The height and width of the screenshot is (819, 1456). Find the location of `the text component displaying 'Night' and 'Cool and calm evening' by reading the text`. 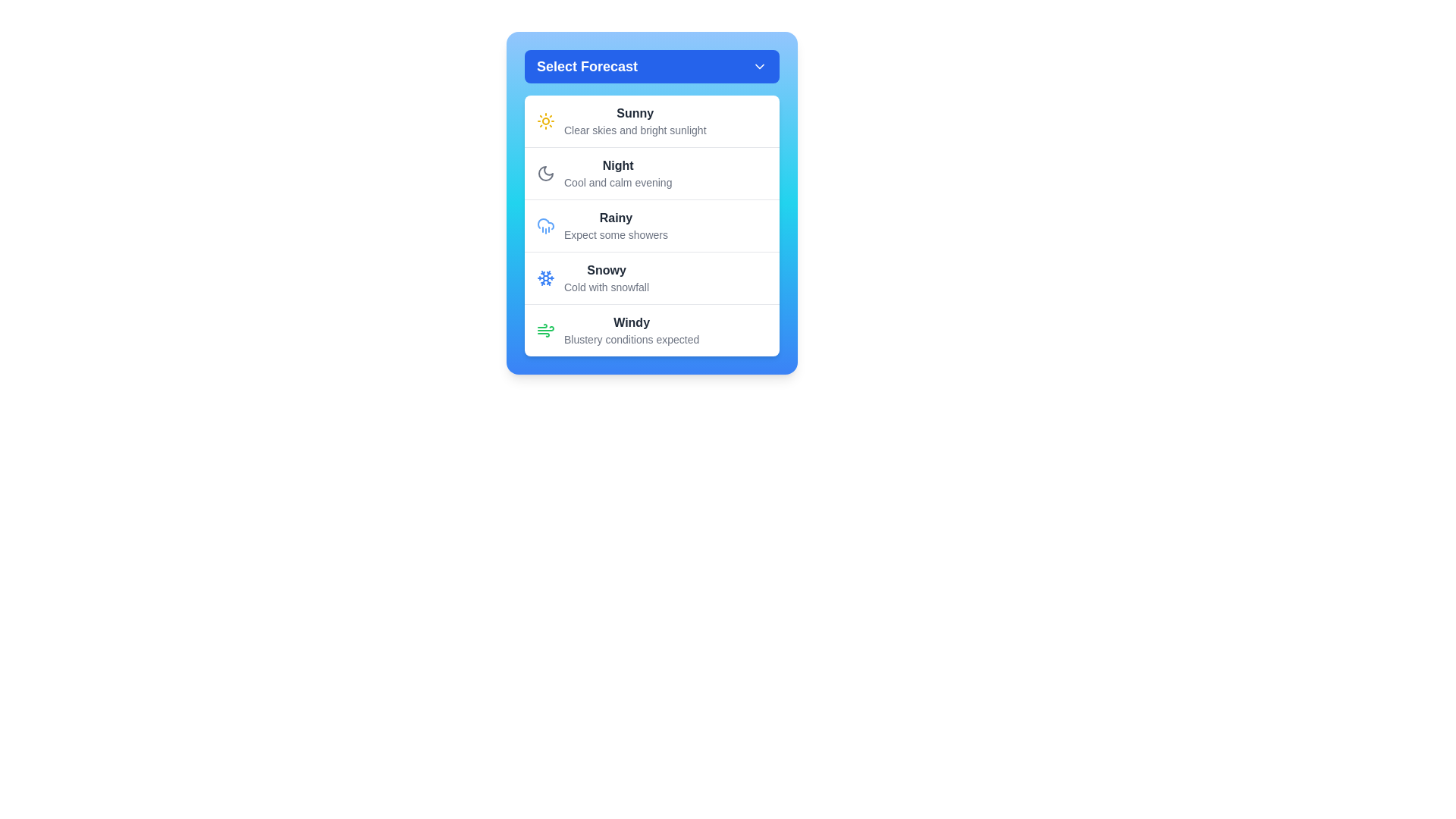

the text component displaying 'Night' and 'Cool and calm evening' by reading the text is located at coordinates (618, 172).